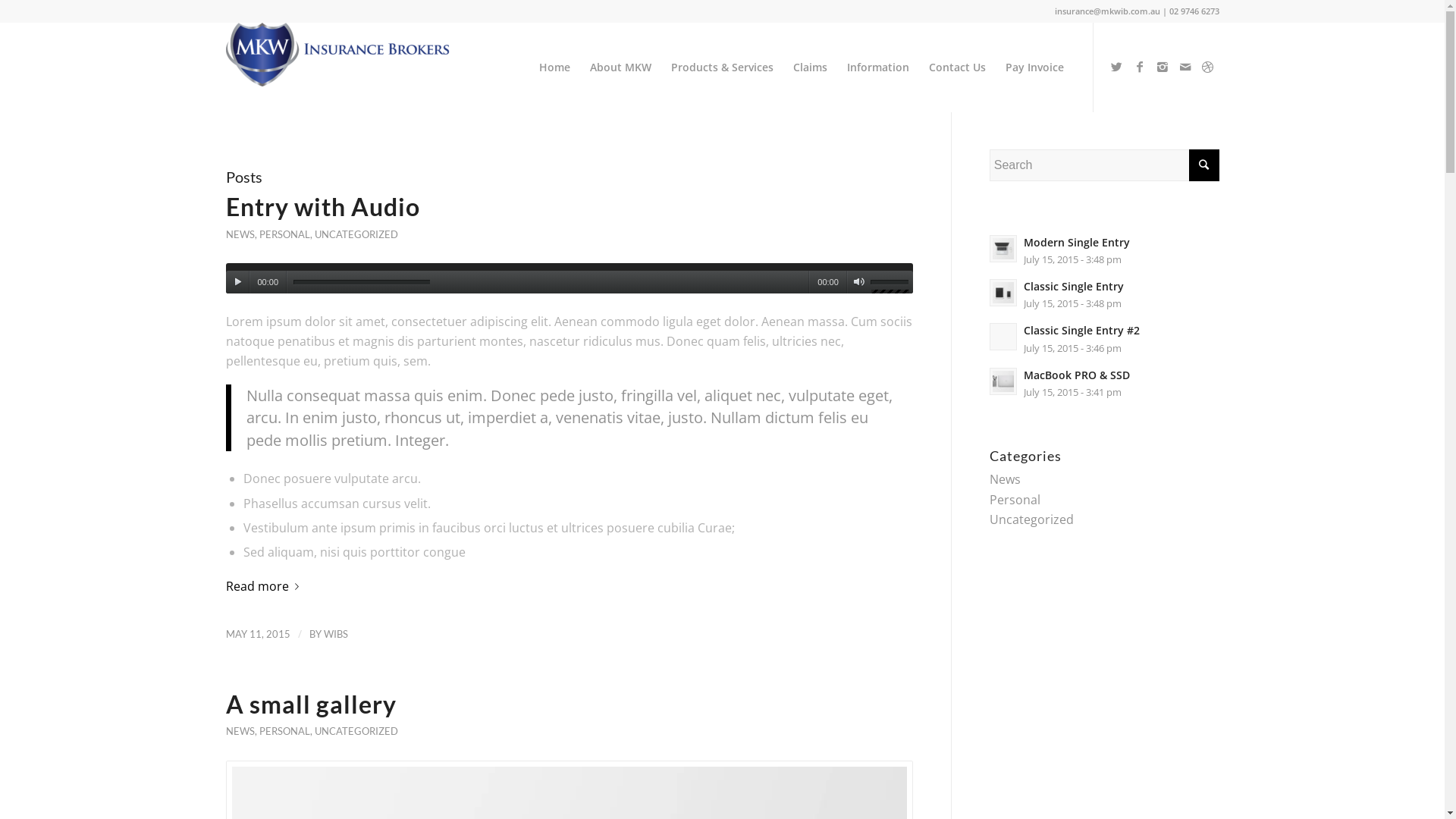  I want to click on 'Mute', so click(858, 281).